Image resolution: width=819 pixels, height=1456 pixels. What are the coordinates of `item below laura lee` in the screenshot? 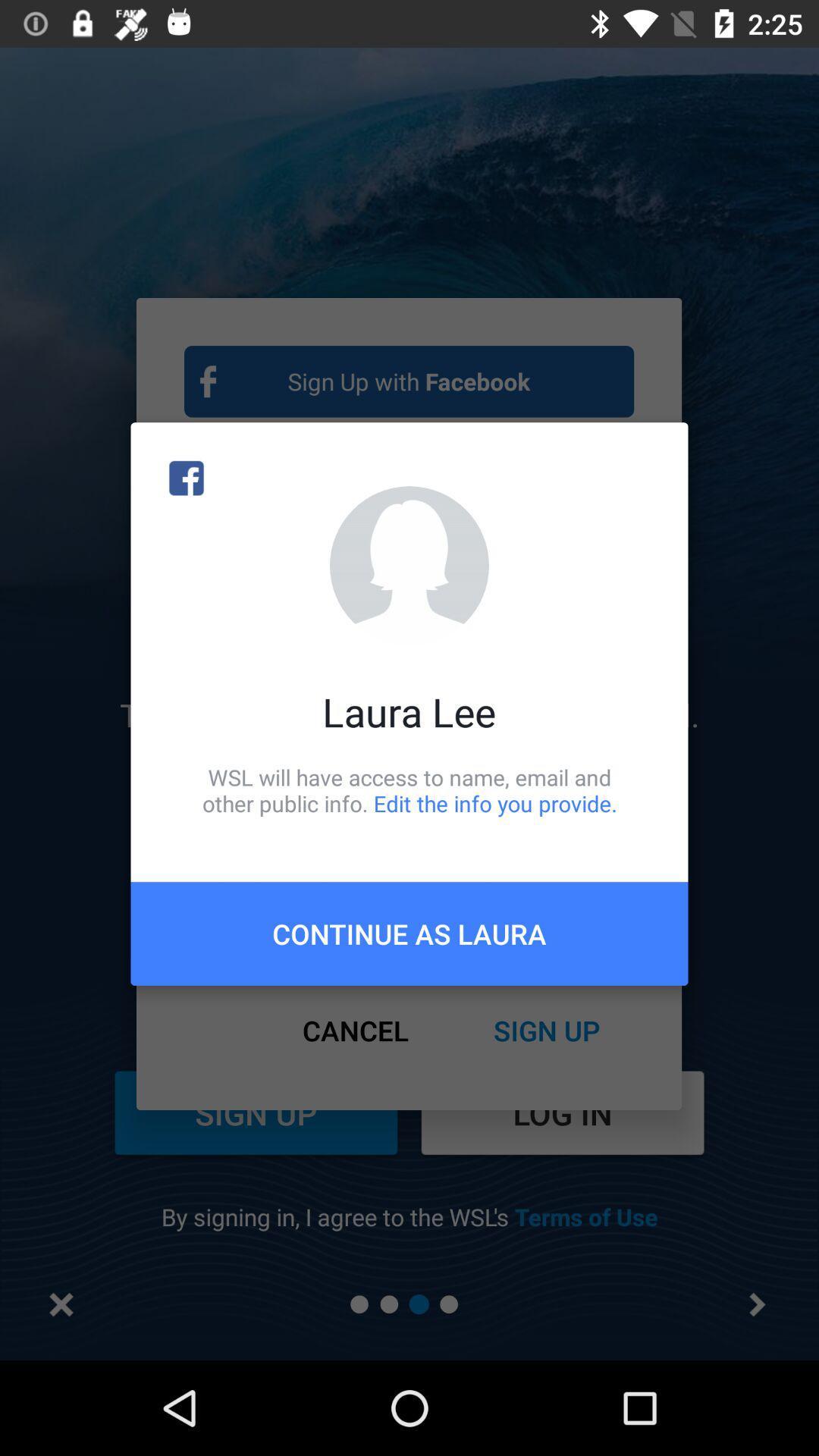 It's located at (409, 789).